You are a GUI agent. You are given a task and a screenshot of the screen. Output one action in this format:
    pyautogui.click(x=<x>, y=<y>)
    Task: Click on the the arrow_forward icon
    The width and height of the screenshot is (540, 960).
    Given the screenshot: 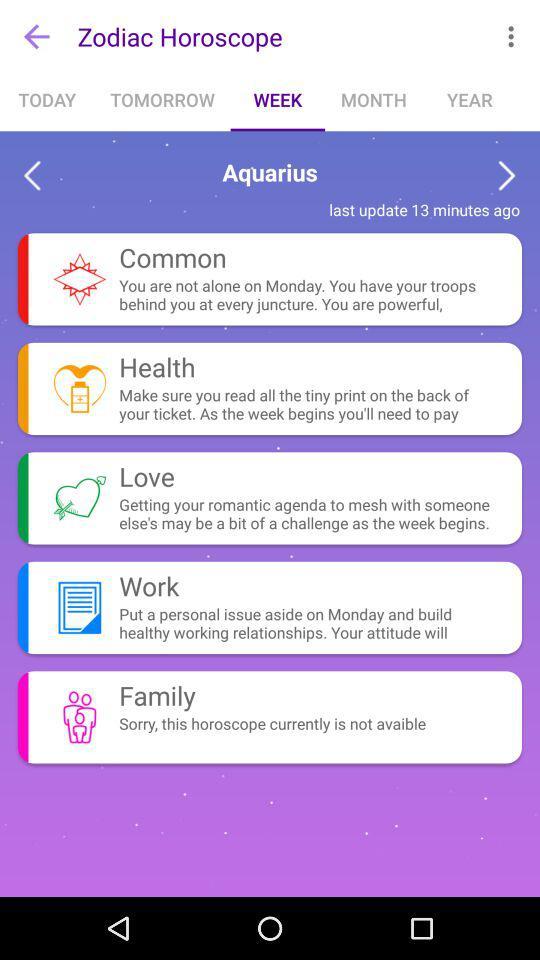 What is the action you would take?
    pyautogui.click(x=507, y=175)
    